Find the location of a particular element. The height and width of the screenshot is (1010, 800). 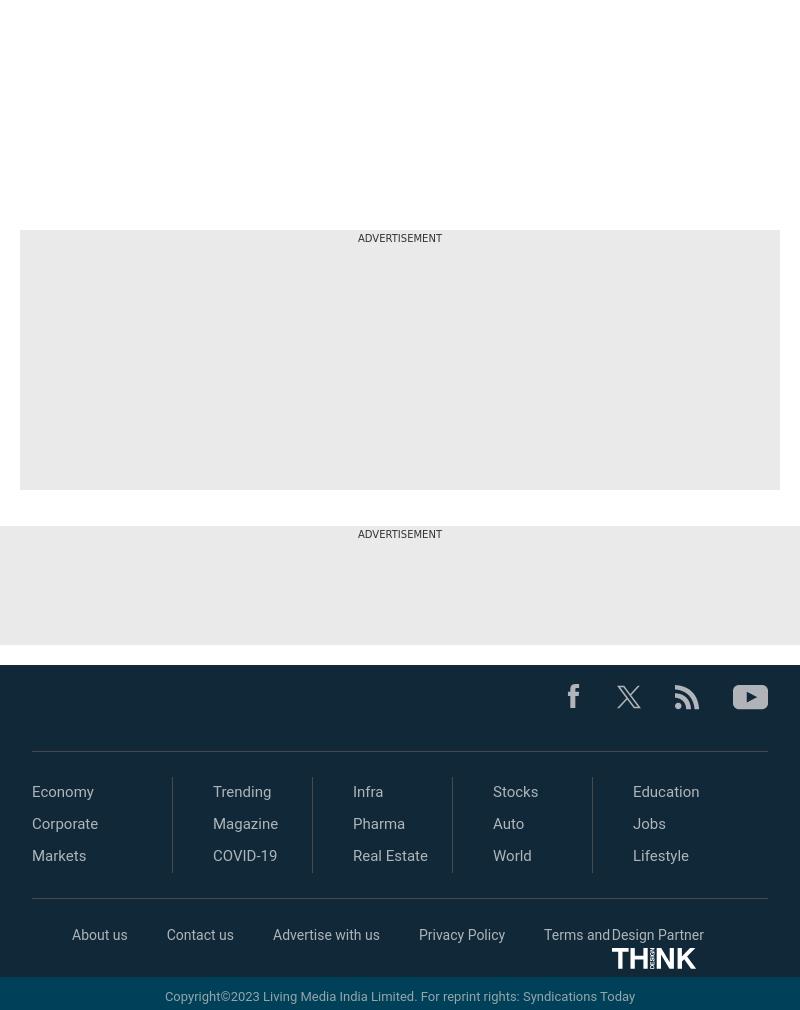

'Infra' is located at coordinates (367, 792).